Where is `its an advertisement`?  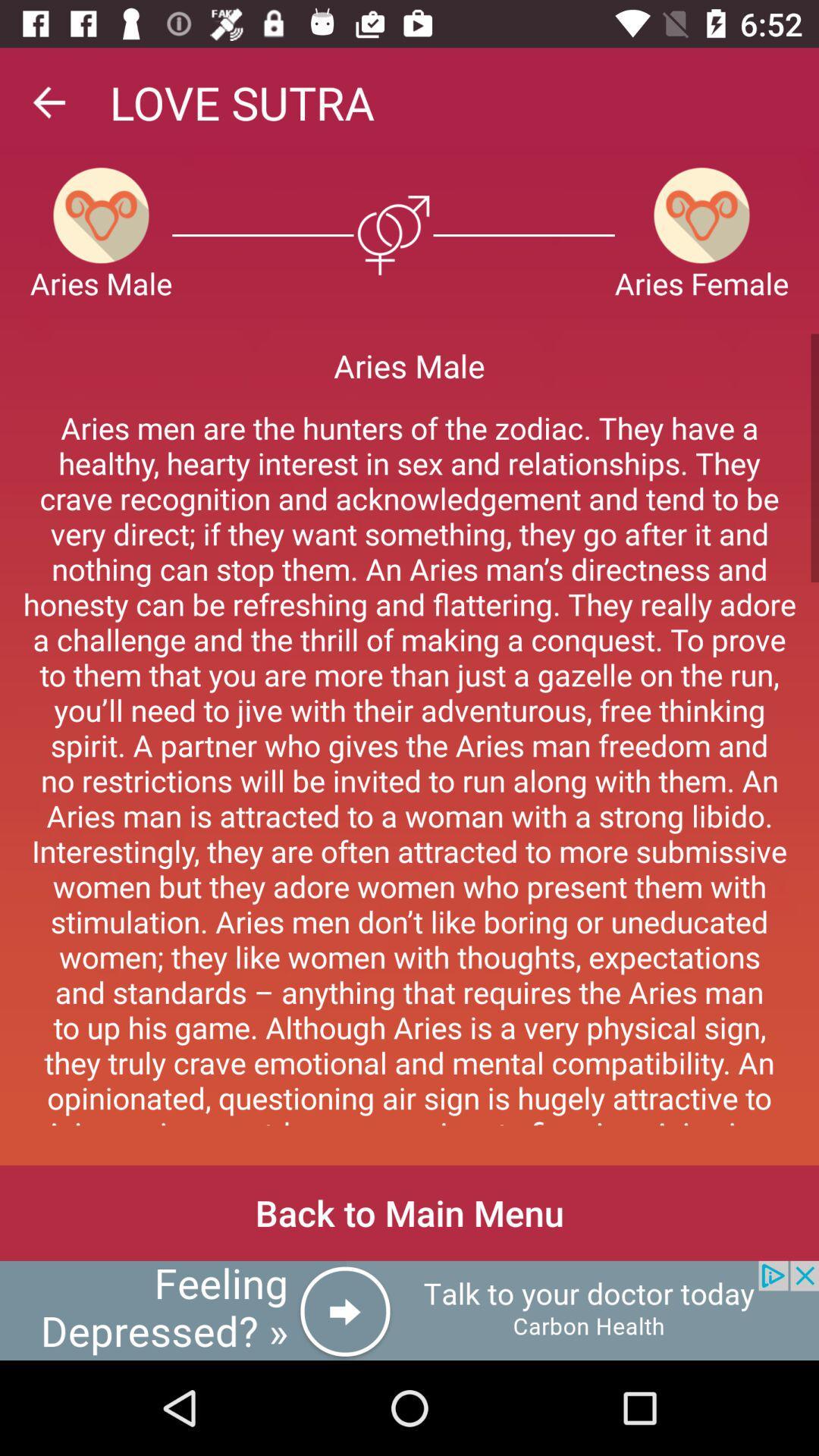 its an advertisement is located at coordinates (409, 1310).